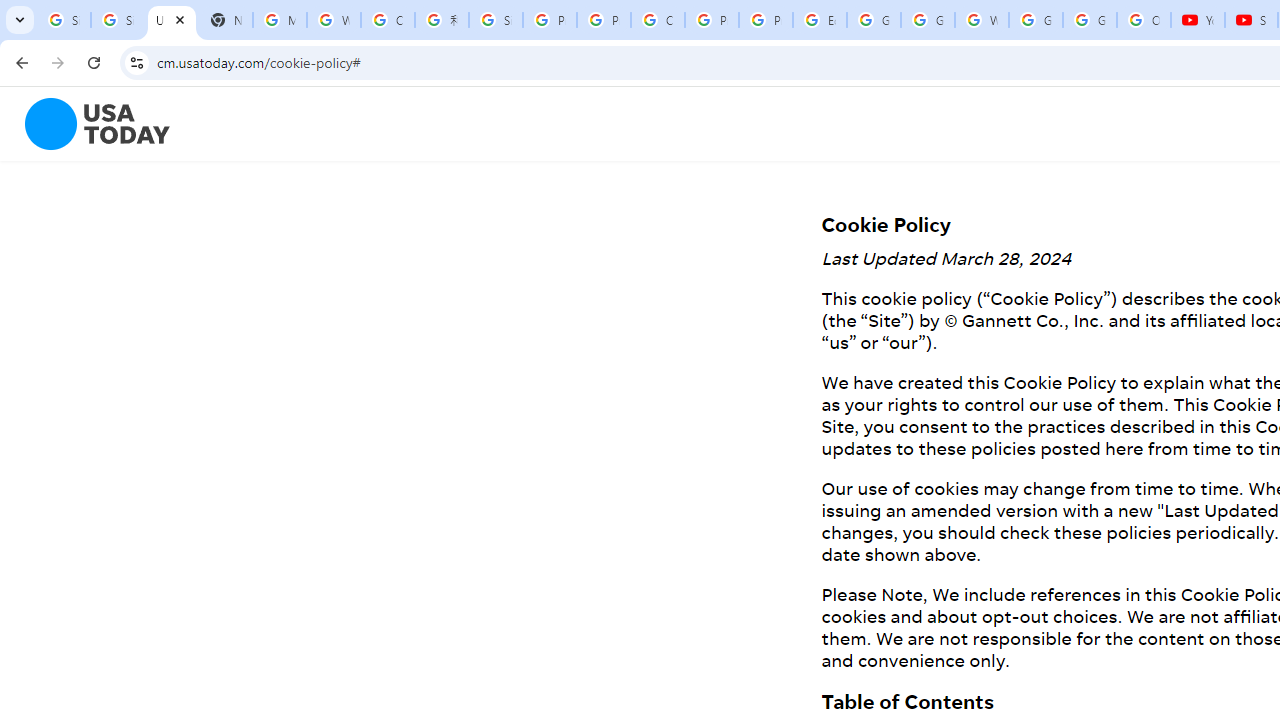  What do you see at coordinates (171, 20) in the screenshot?
I see `'USA TODAY'` at bounding box center [171, 20].